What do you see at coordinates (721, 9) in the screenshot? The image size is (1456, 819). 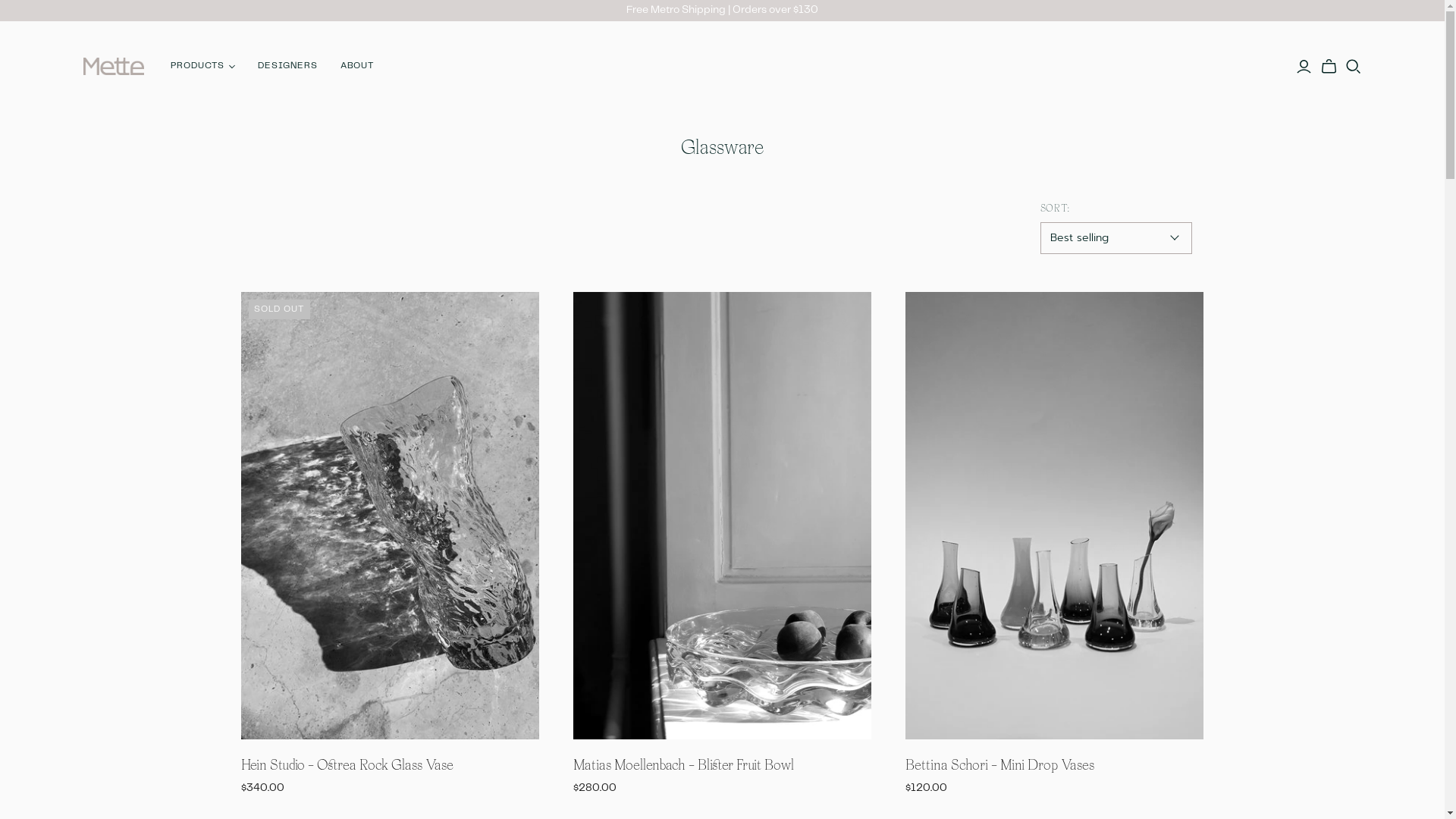 I see `'Free Metro Shipping | Orders over $130'` at bounding box center [721, 9].